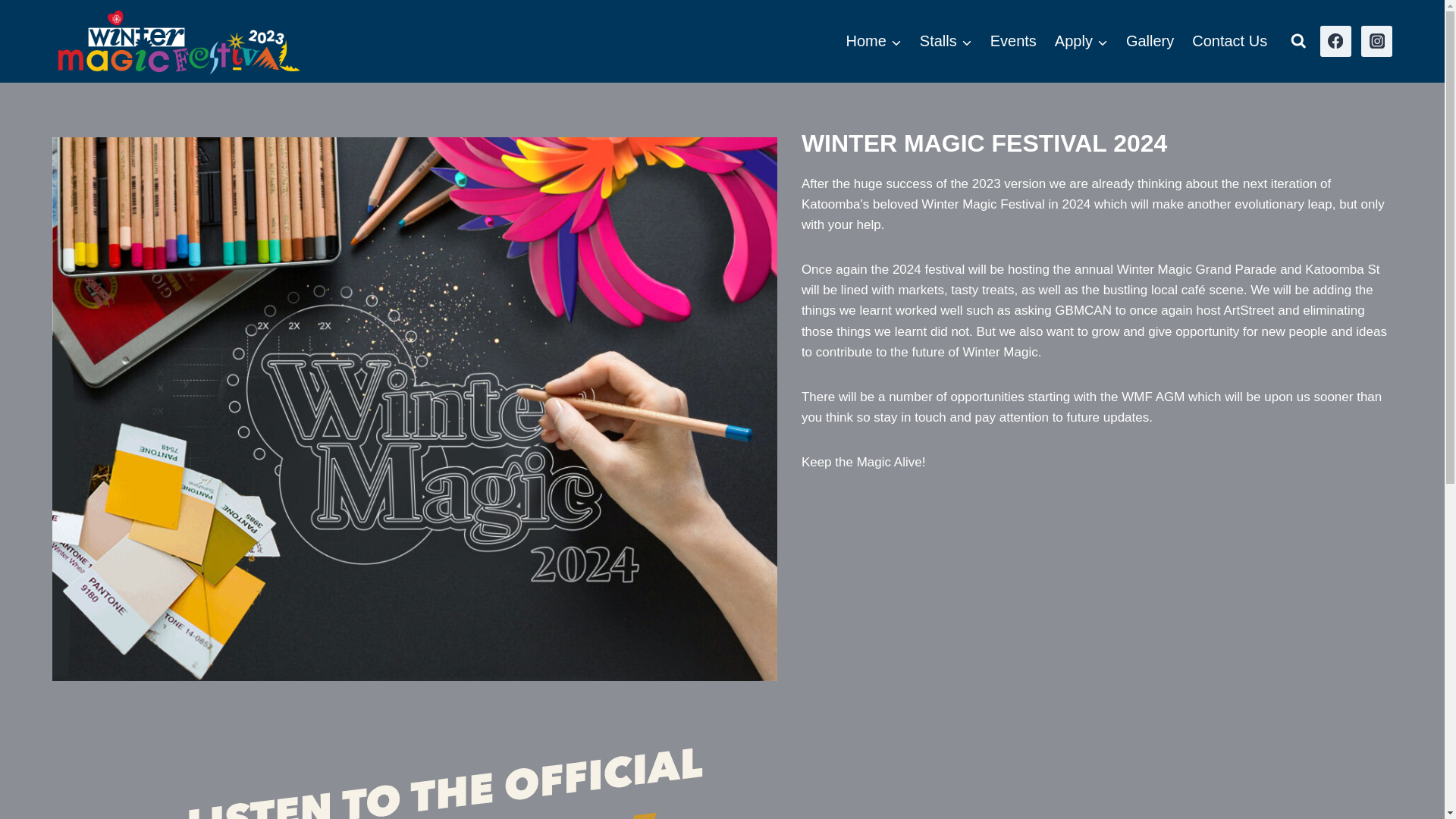  Describe the element at coordinates (1150, 40) in the screenshot. I see `'Gallery'` at that location.